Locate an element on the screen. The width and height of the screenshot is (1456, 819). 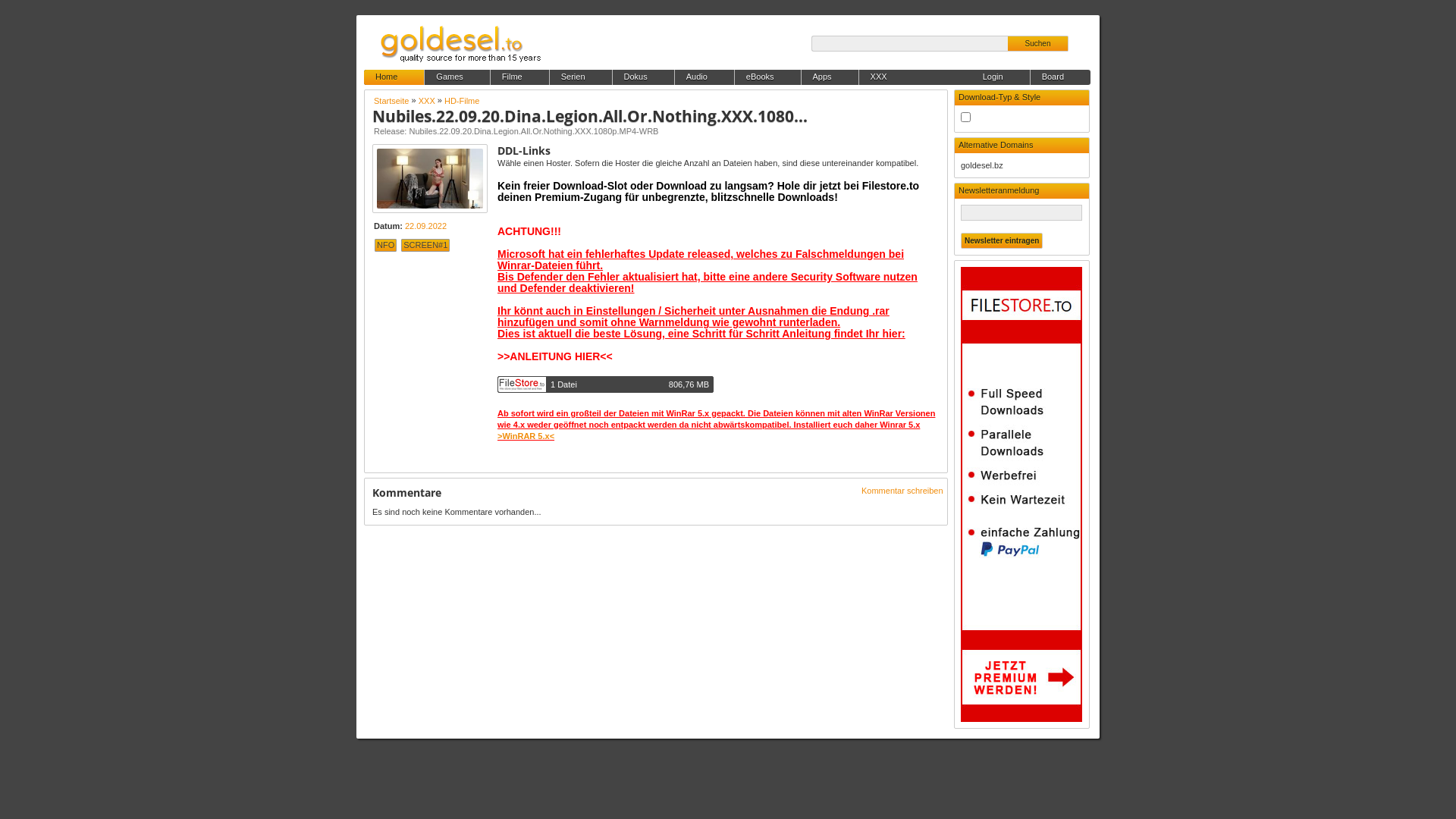
'Startseite' is located at coordinates (391, 100).